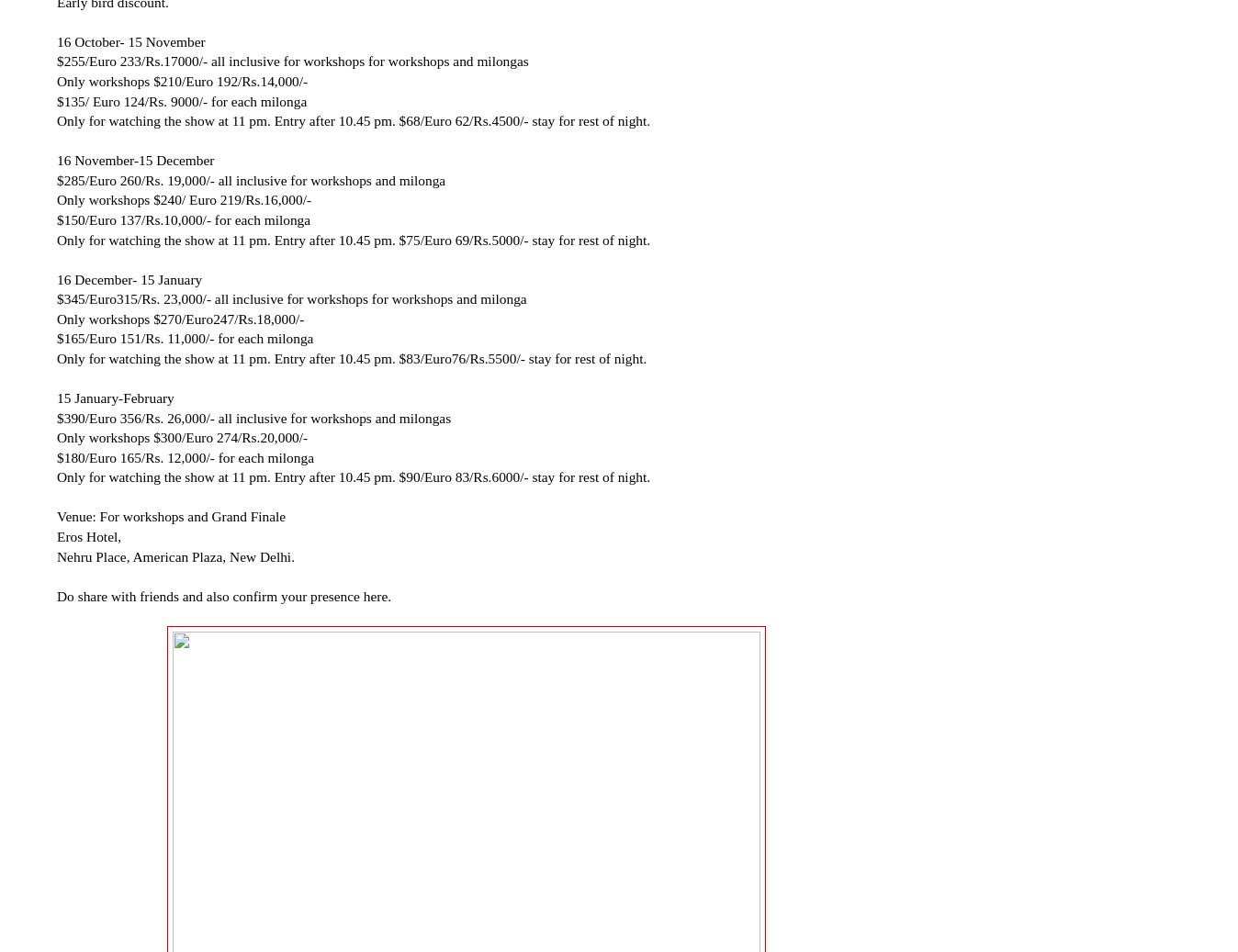  I want to click on 'Only for watching the show at 11 pm. Entry after 10.45 pm. $83/Euro76/Rs.5500/- stay for rest of night.', so click(56, 356).